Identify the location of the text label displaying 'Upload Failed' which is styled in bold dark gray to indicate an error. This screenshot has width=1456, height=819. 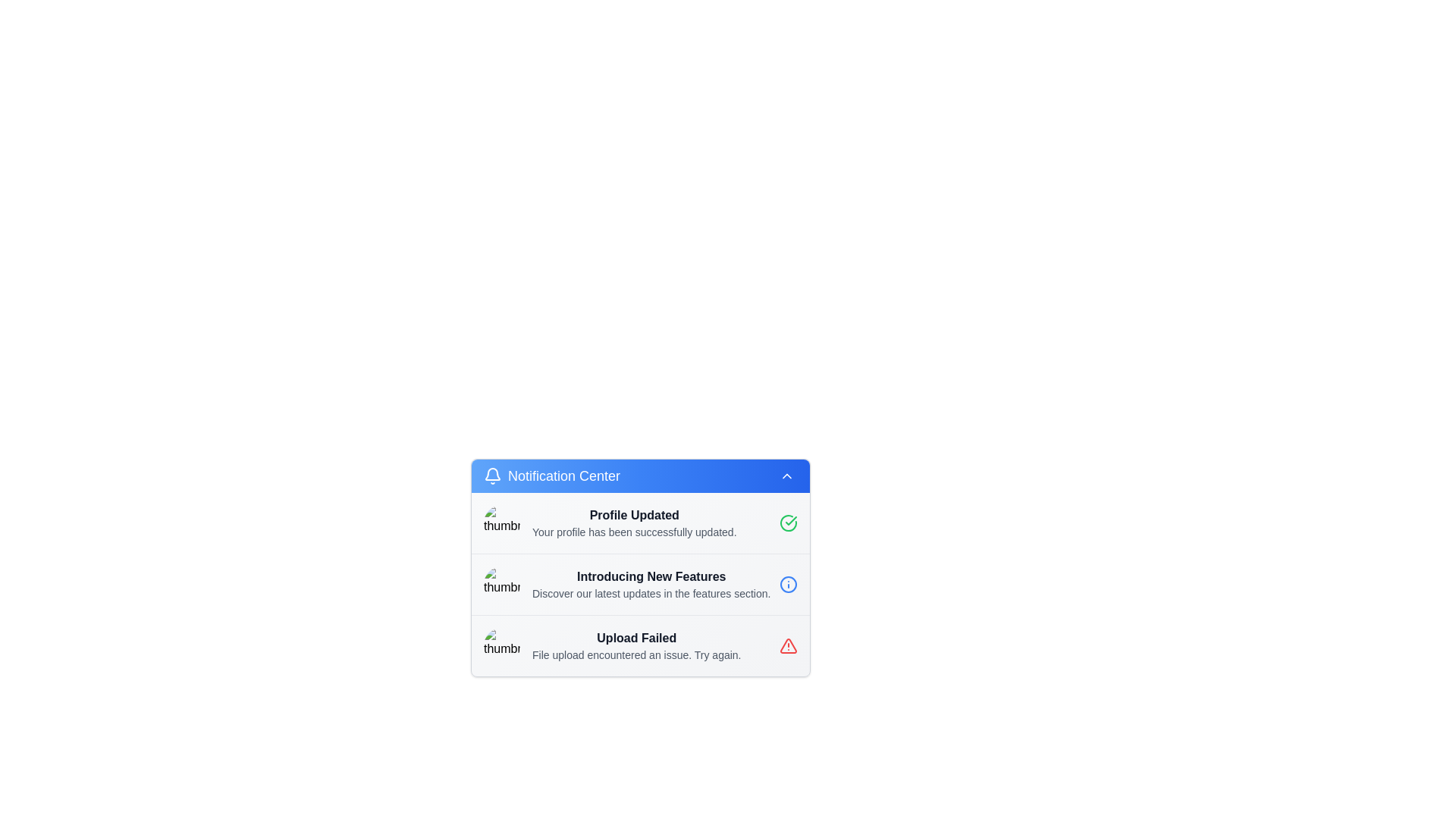
(636, 638).